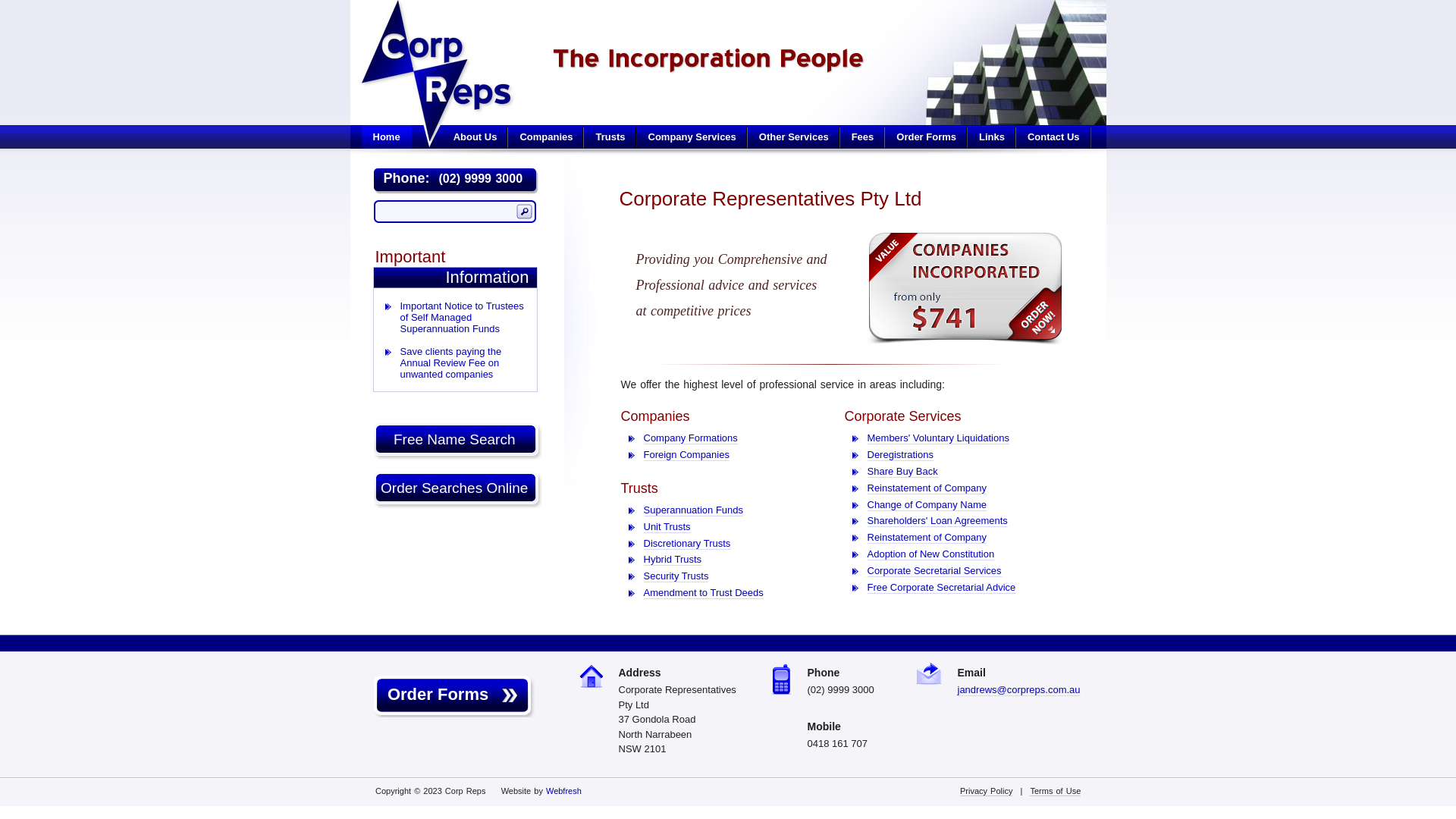 This screenshot has height=819, width=1456. Describe the element at coordinates (523, 212) in the screenshot. I see `'Search'` at that location.